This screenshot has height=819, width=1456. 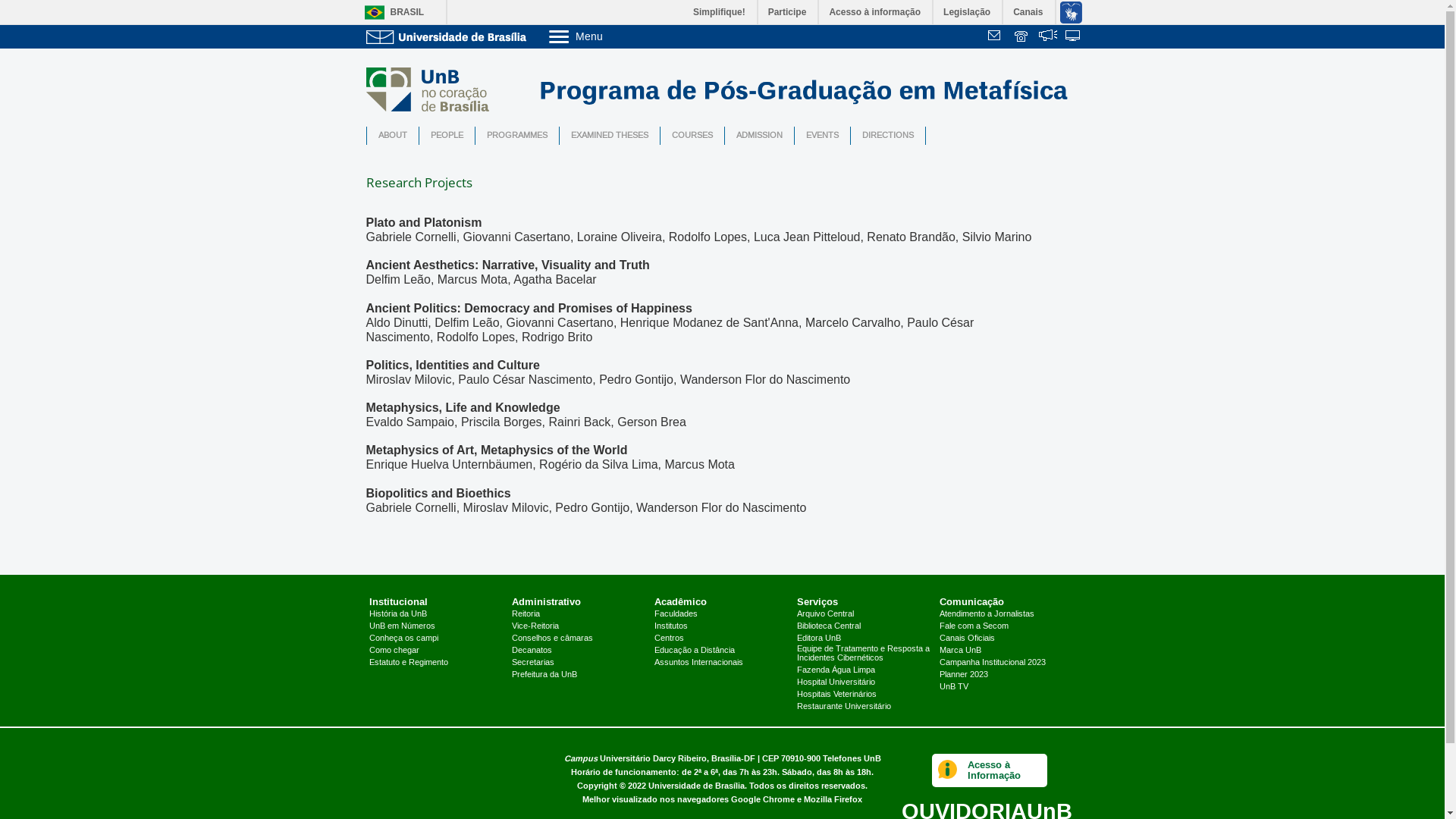 What do you see at coordinates (613, 35) in the screenshot?
I see `'Menu'` at bounding box center [613, 35].